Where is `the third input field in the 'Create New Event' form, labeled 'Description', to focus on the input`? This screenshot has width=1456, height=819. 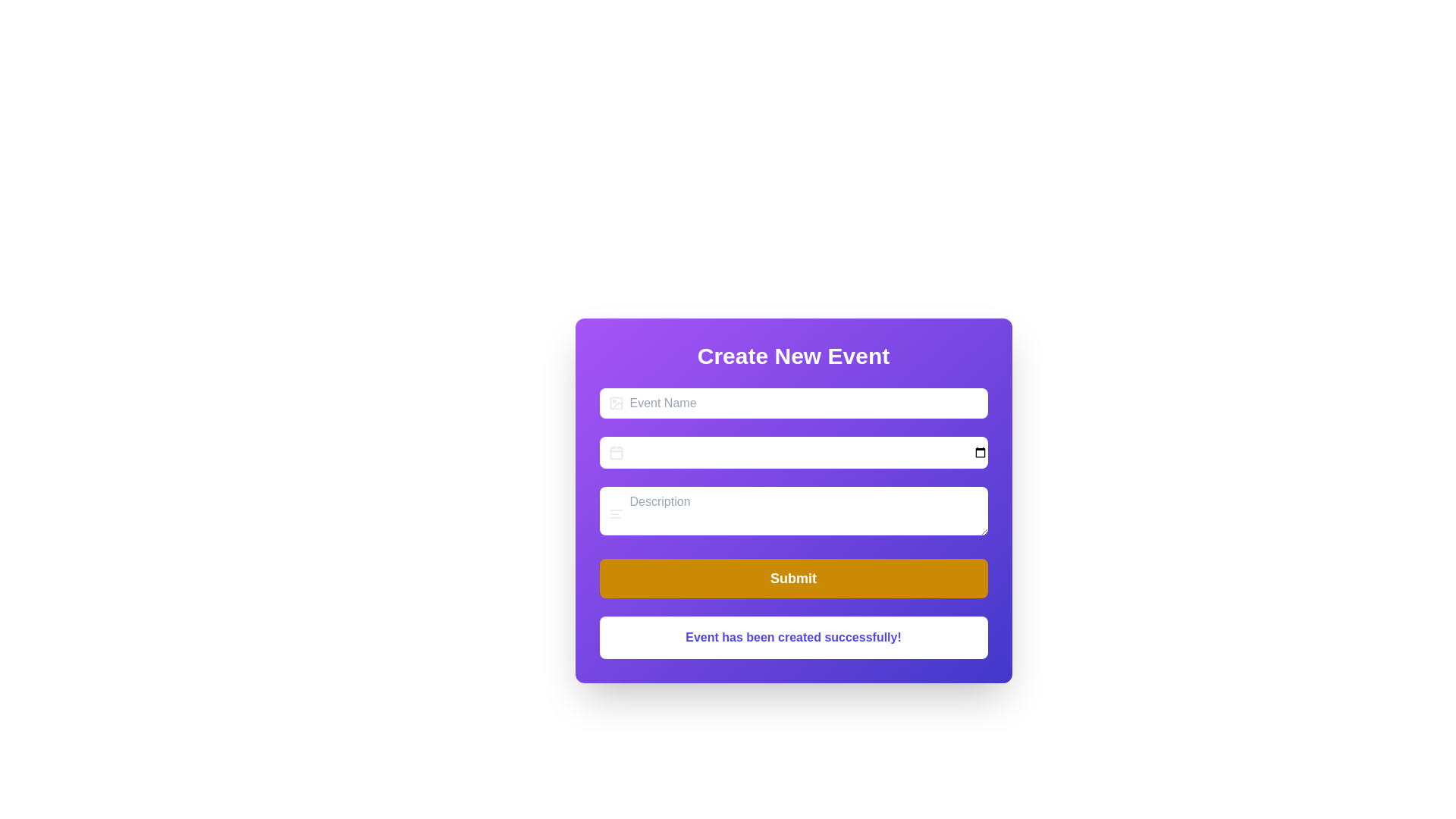
the third input field in the 'Create New Event' form, labeled 'Description', to focus on the input is located at coordinates (792, 513).